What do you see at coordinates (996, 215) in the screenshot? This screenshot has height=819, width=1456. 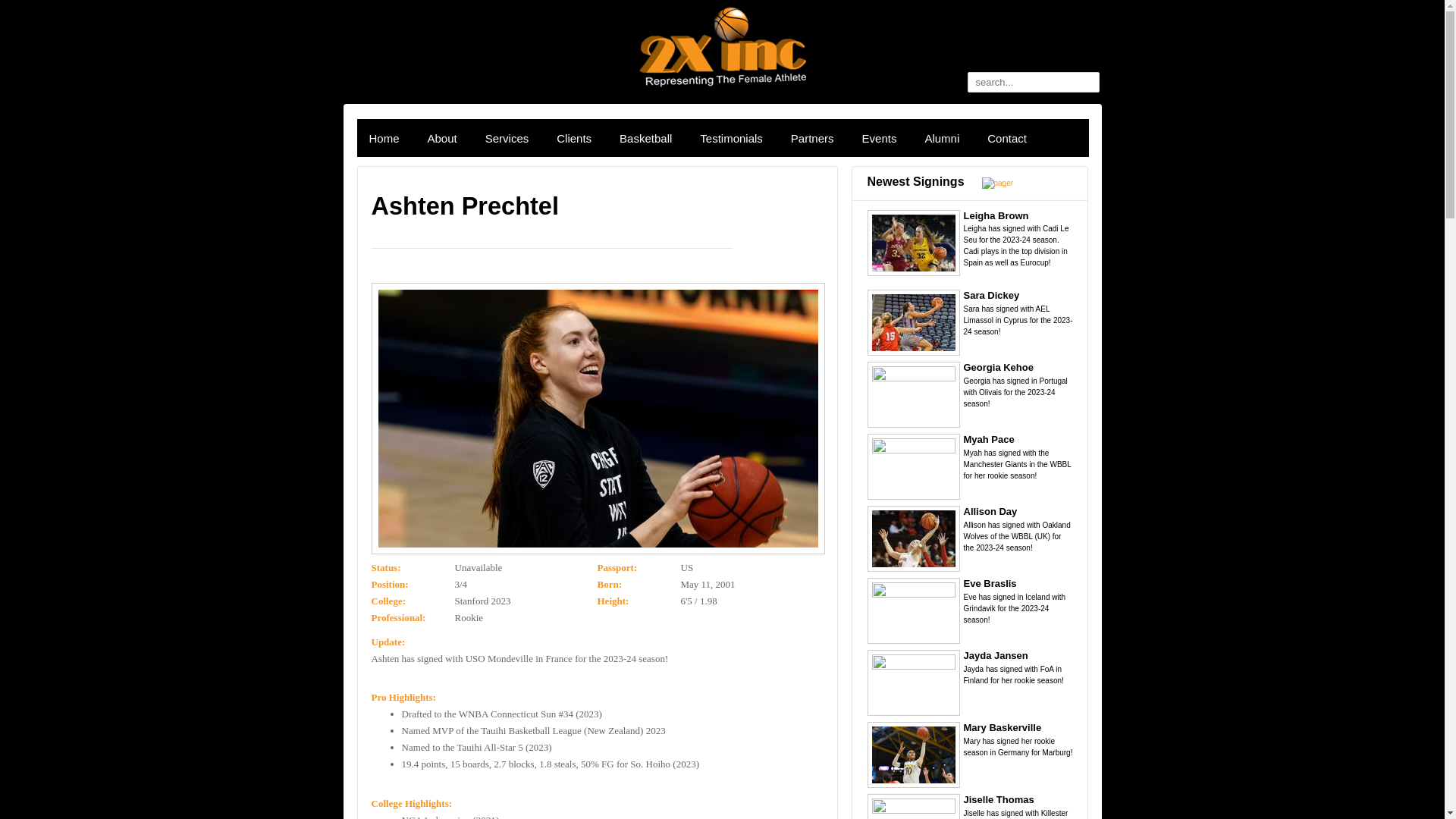 I see `'Leigha Brown'` at bounding box center [996, 215].